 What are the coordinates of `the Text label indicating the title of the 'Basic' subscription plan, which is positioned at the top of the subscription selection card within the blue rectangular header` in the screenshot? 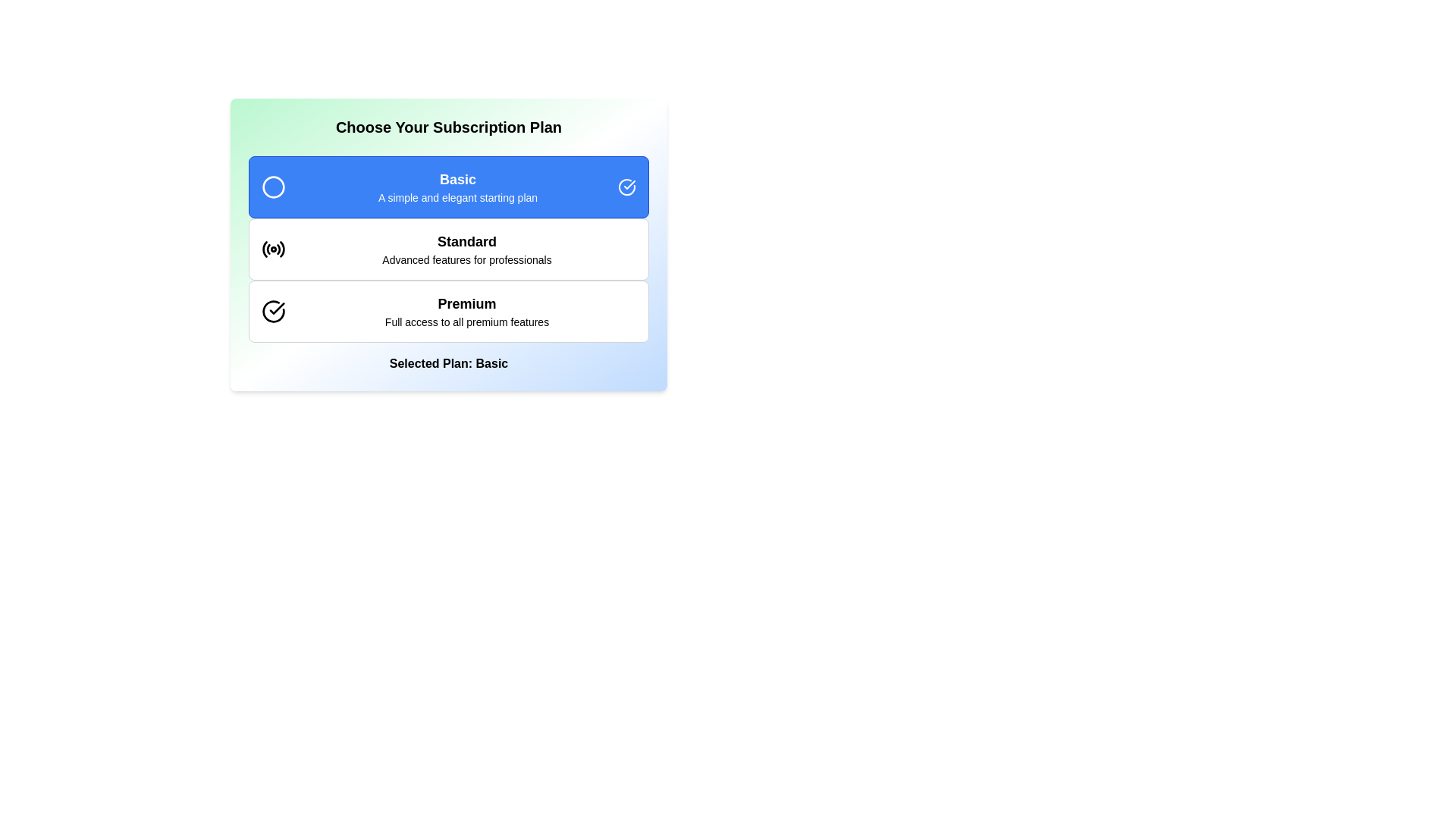 It's located at (457, 178).